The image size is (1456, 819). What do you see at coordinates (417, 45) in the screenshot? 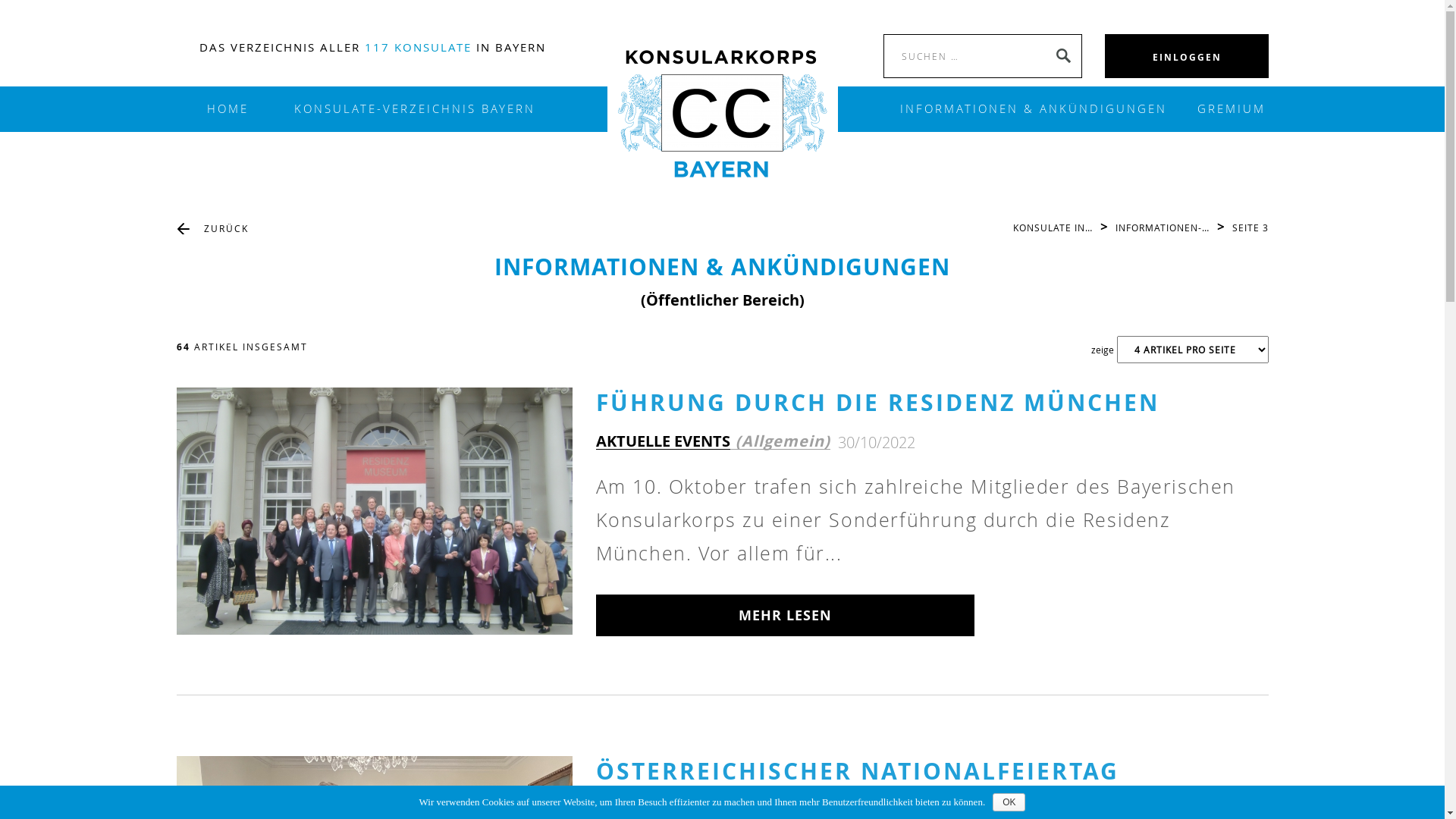
I see `'117 KONSULATE'` at bounding box center [417, 45].